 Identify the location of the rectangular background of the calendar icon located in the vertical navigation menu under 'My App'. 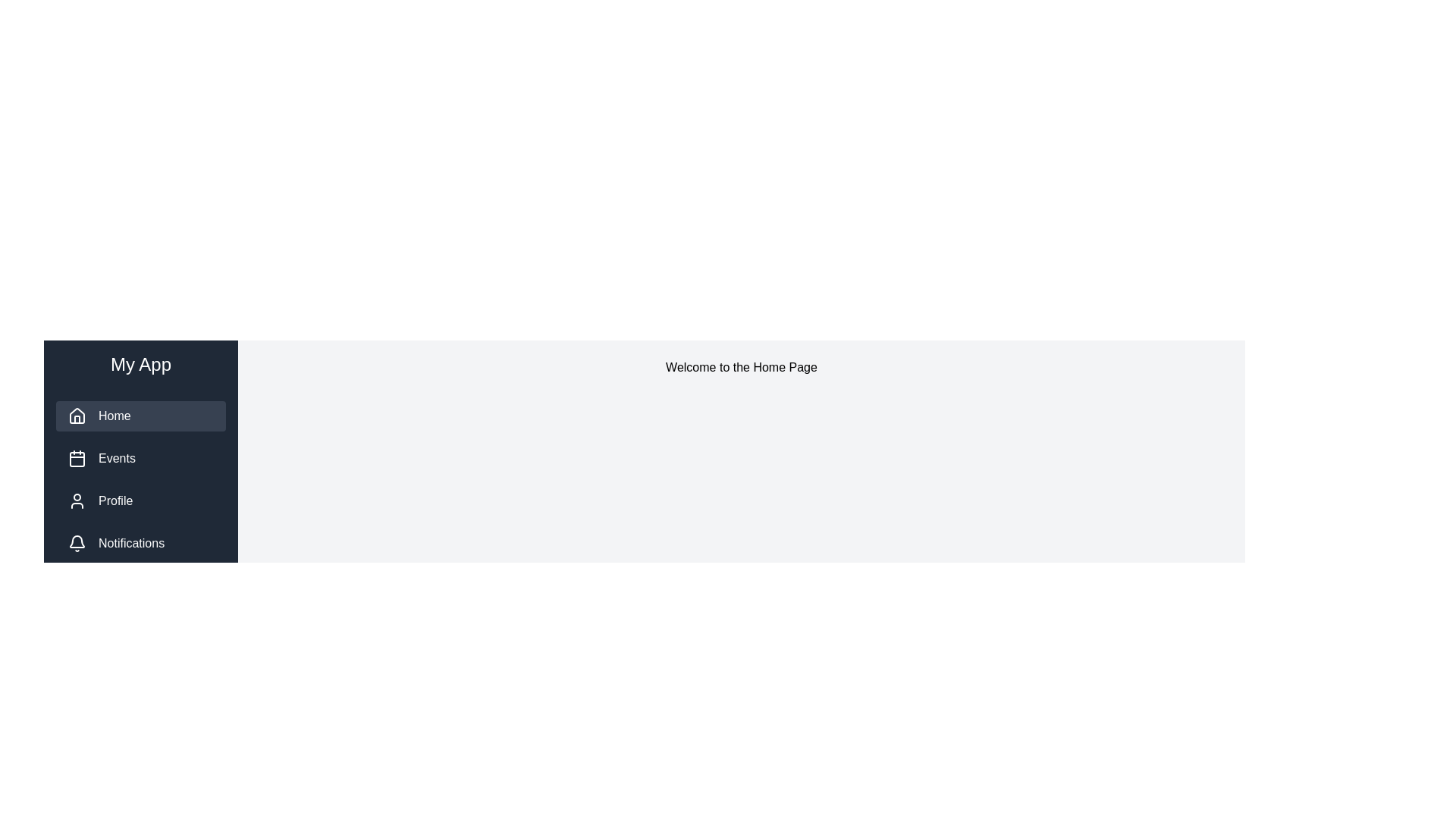
(76, 458).